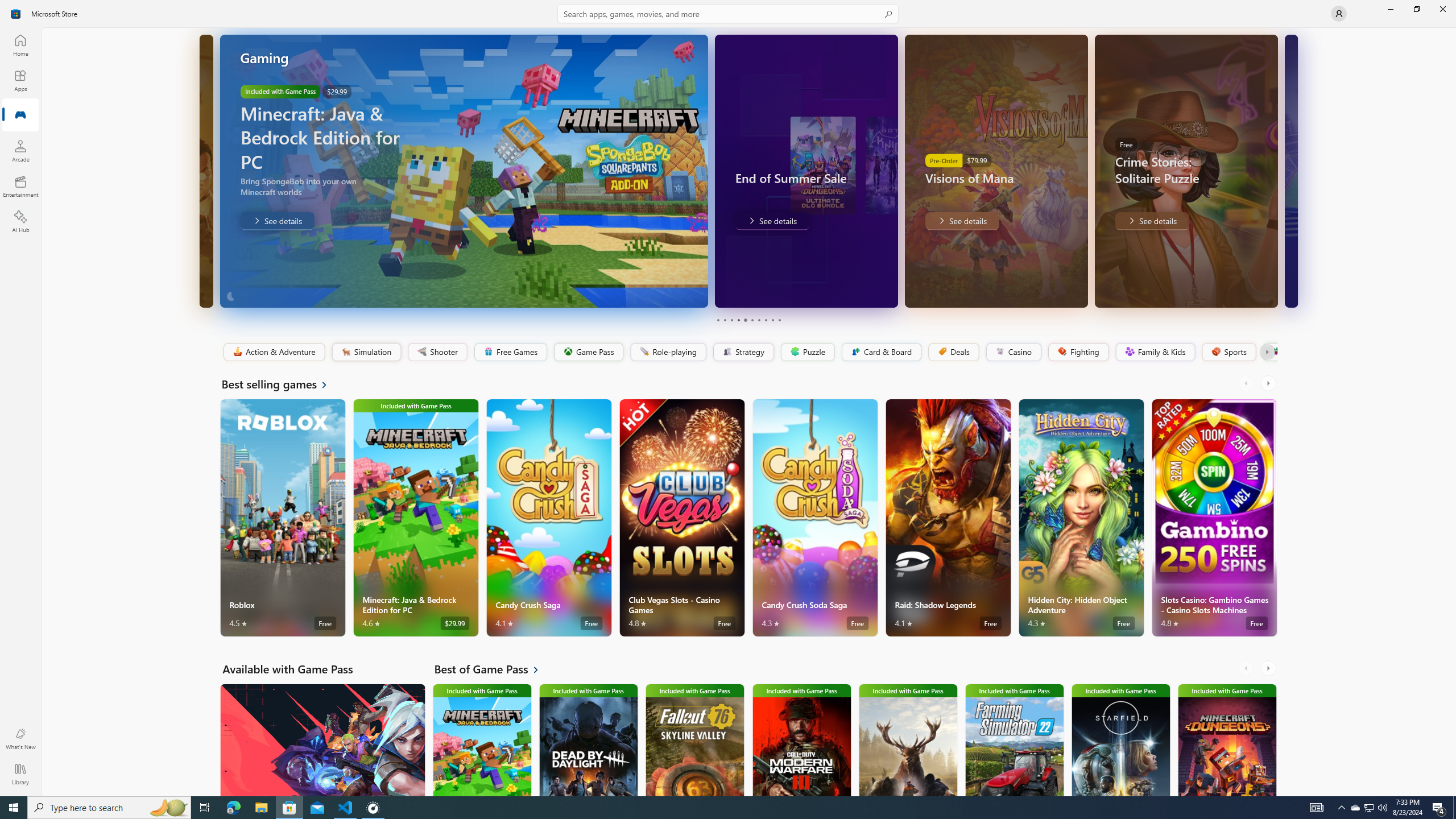 Image resolution: width=1456 pixels, height=819 pixels. Describe the element at coordinates (1013, 351) in the screenshot. I see `'Casino'` at that location.